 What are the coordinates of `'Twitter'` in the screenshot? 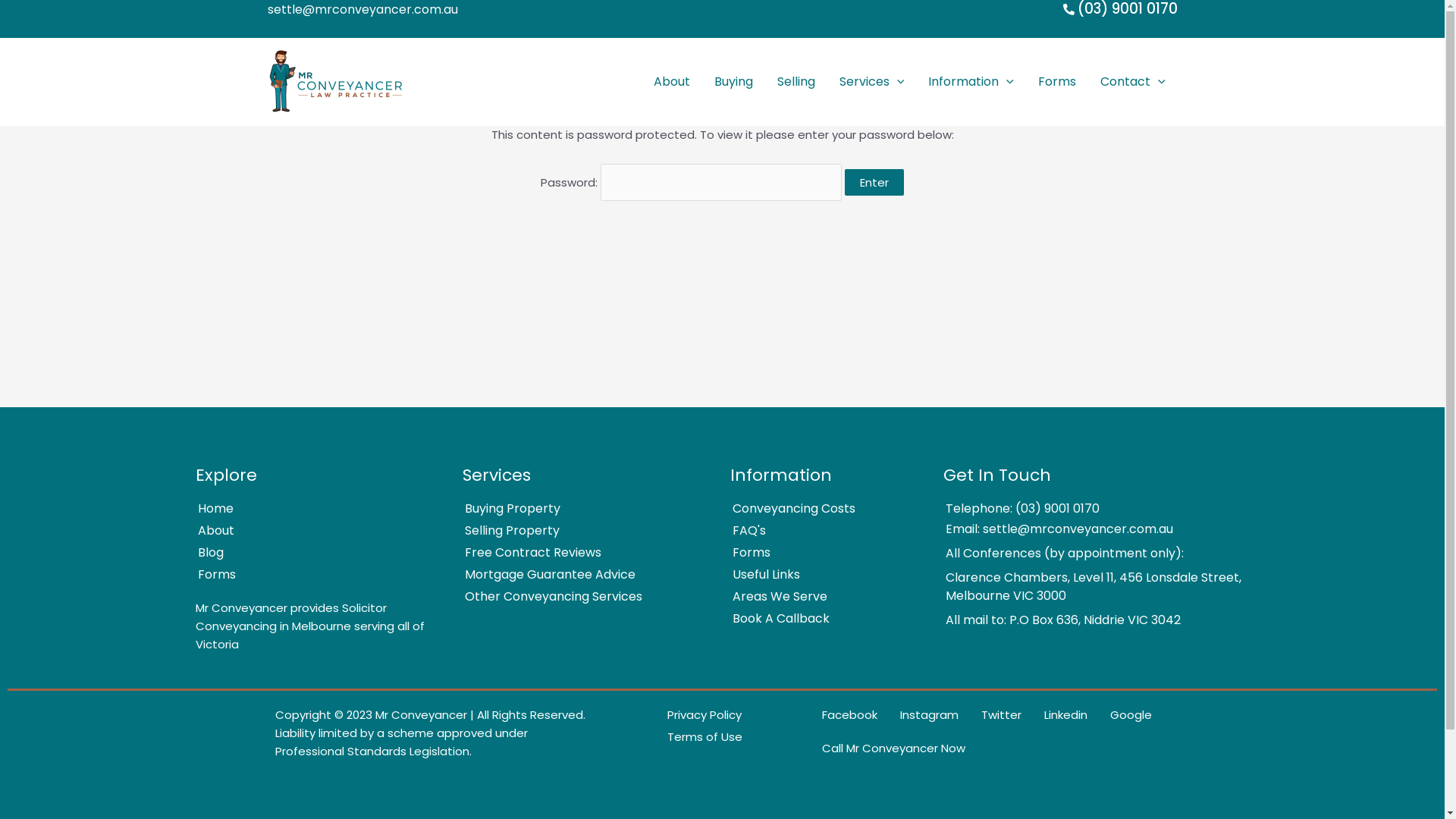 It's located at (960, 714).